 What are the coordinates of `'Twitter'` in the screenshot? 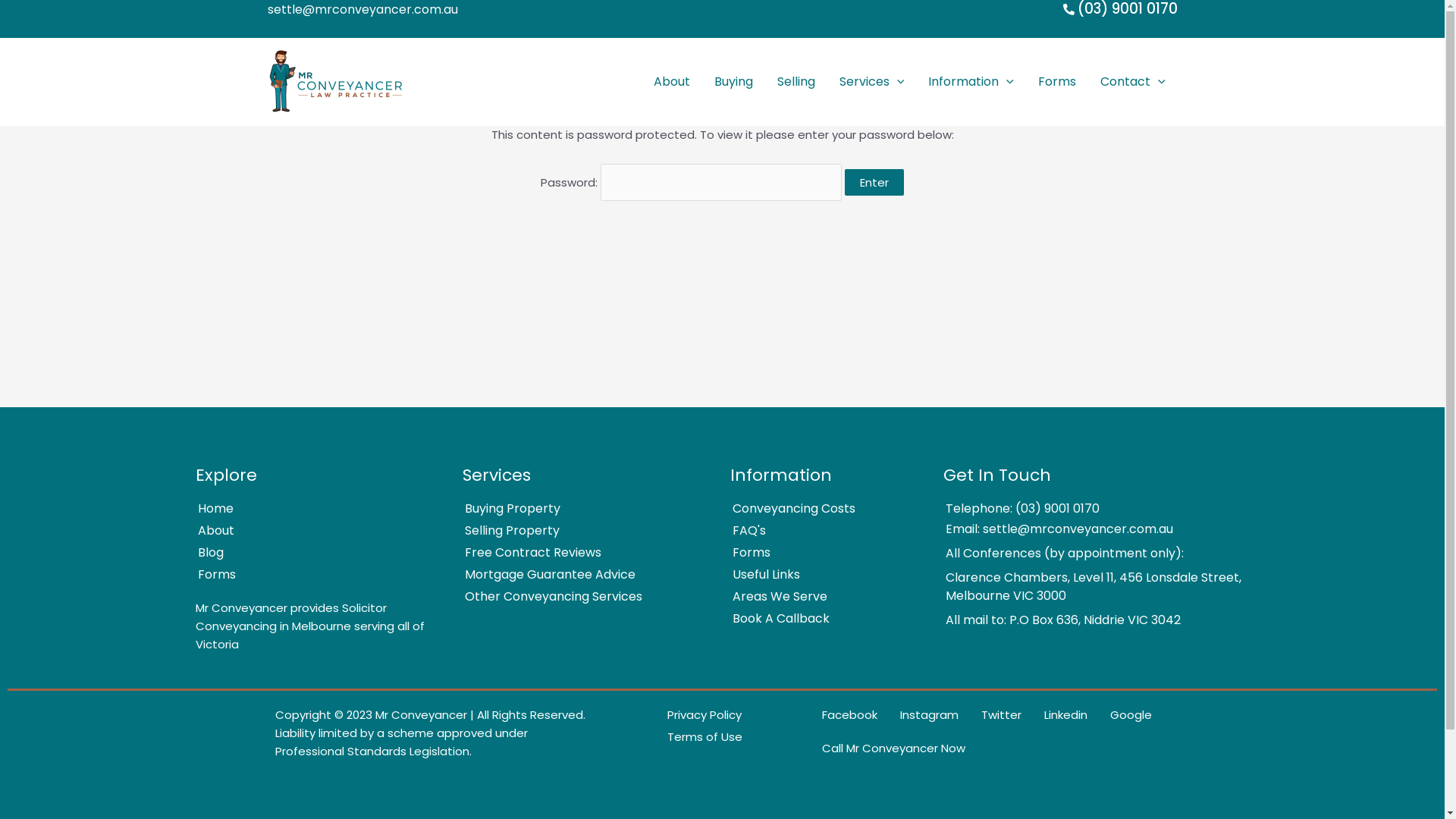 It's located at (960, 714).